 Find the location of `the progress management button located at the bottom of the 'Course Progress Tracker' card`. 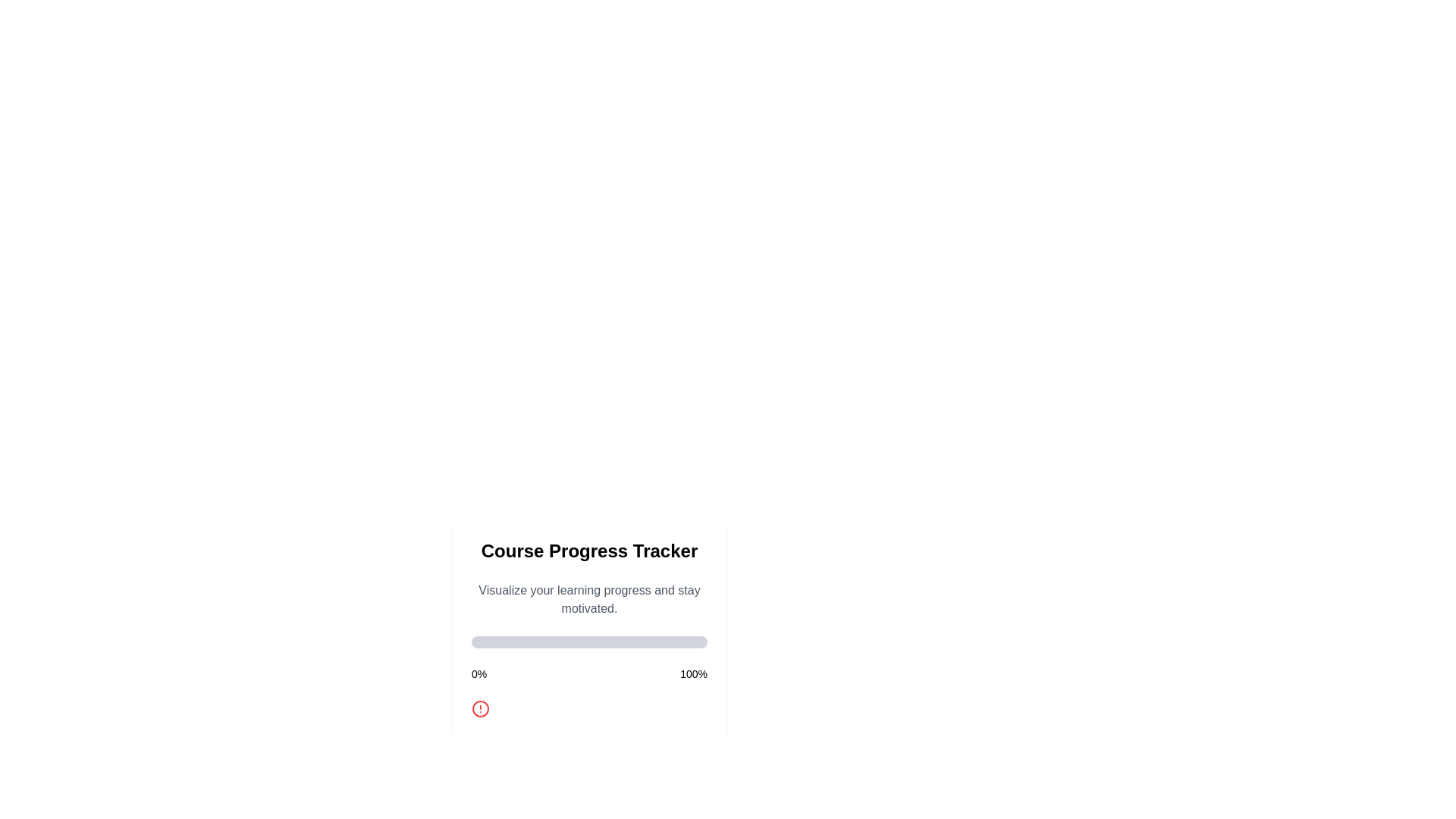

the progress management button located at the bottom of the 'Course Progress Tracker' card is located at coordinates (588, 752).